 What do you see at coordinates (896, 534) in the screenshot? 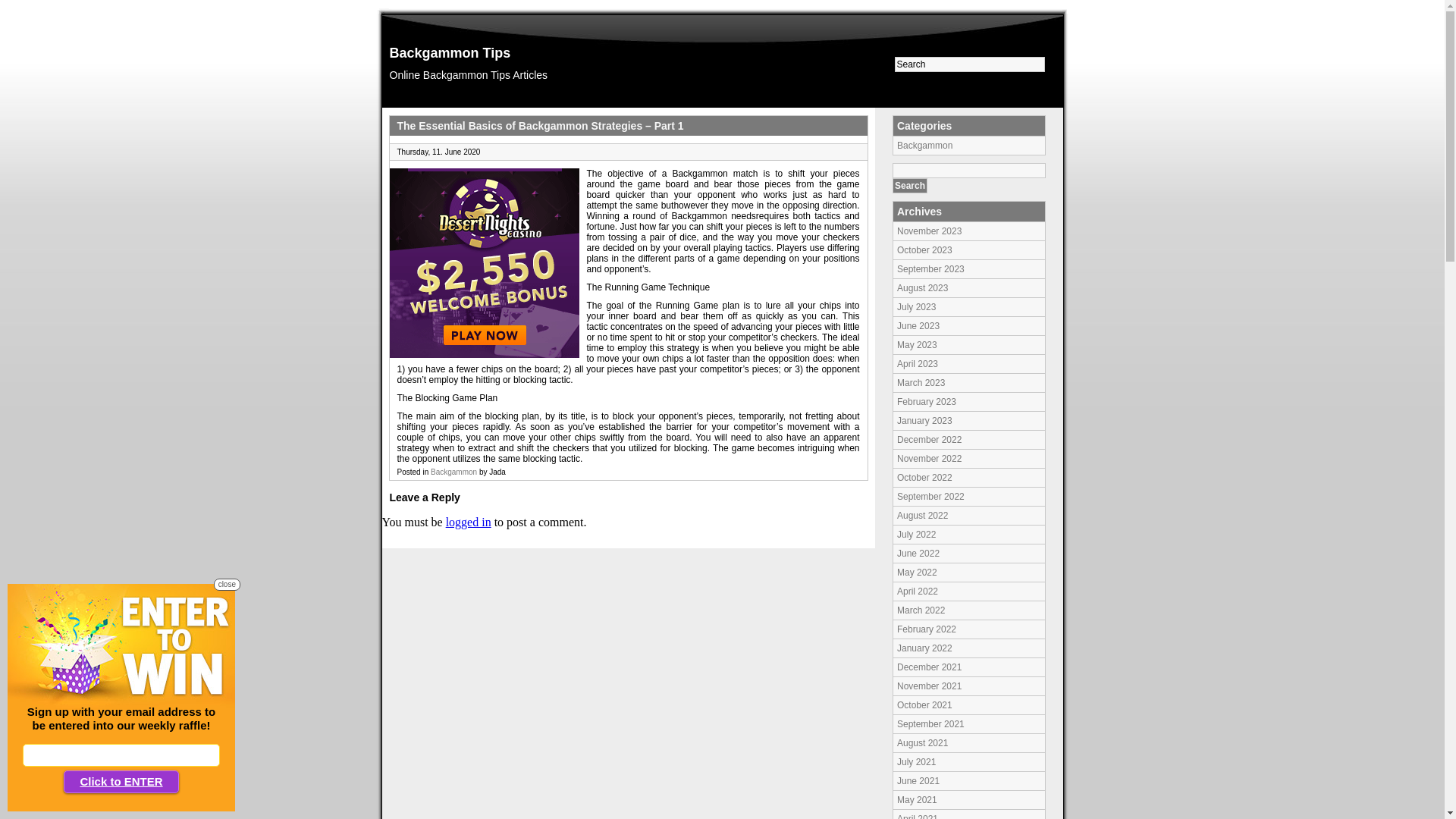
I see `'July 2022'` at bounding box center [896, 534].